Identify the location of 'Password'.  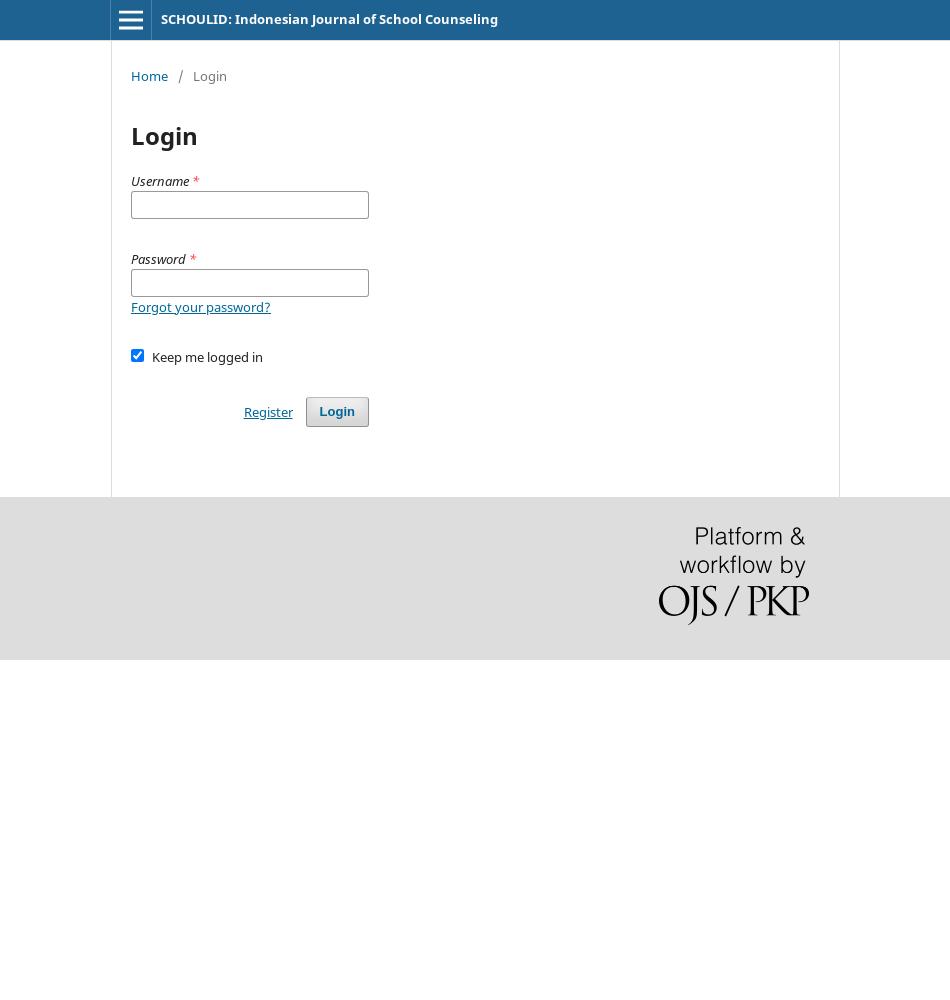
(159, 259).